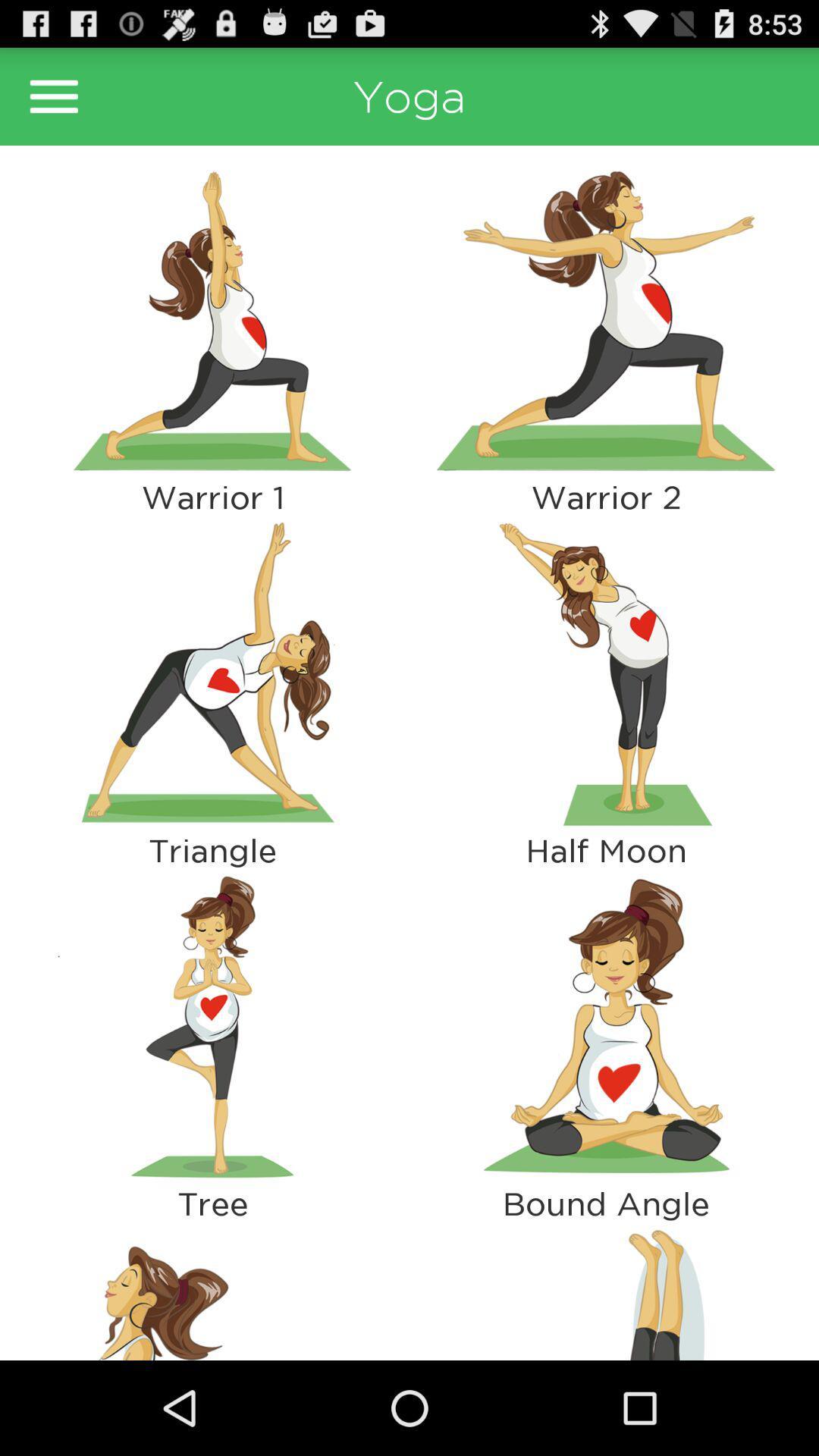  I want to click on the app next to the bound angle, so click(212, 1290).